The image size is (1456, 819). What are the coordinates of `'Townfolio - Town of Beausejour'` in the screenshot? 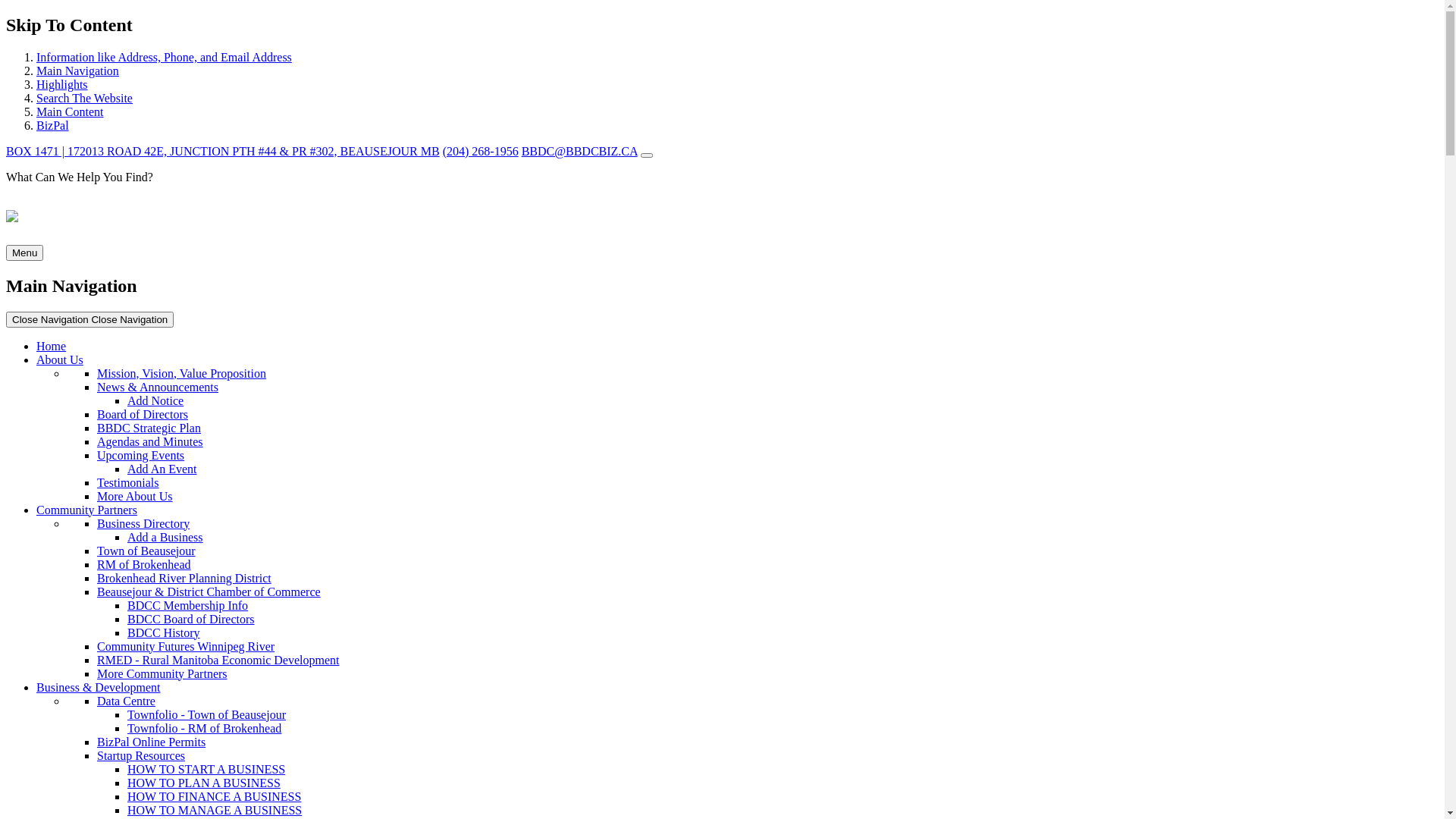 It's located at (206, 714).